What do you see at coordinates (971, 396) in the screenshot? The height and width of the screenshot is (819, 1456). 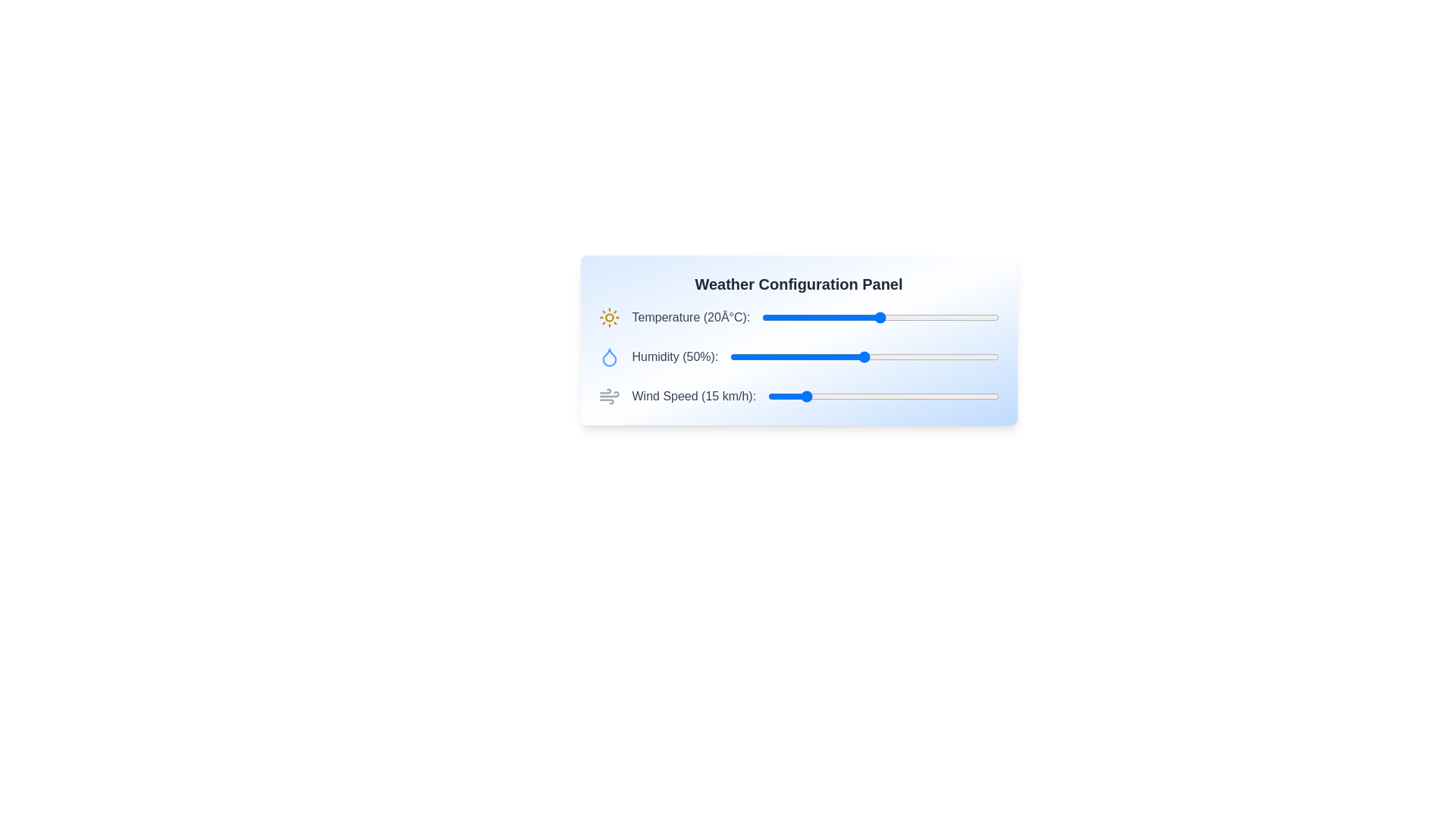 I see `the wind speed slider to 88 km/h` at bounding box center [971, 396].